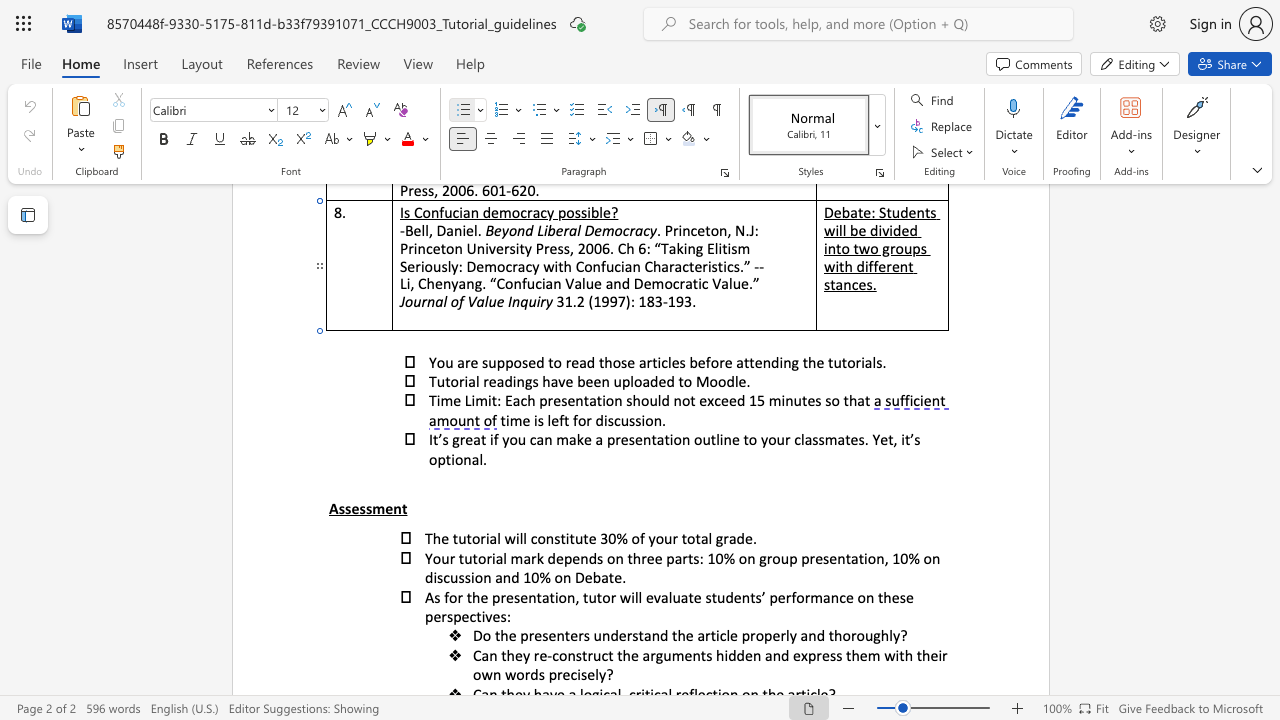  Describe the element at coordinates (341, 507) in the screenshot. I see `the 1th character "s" in the text` at that location.